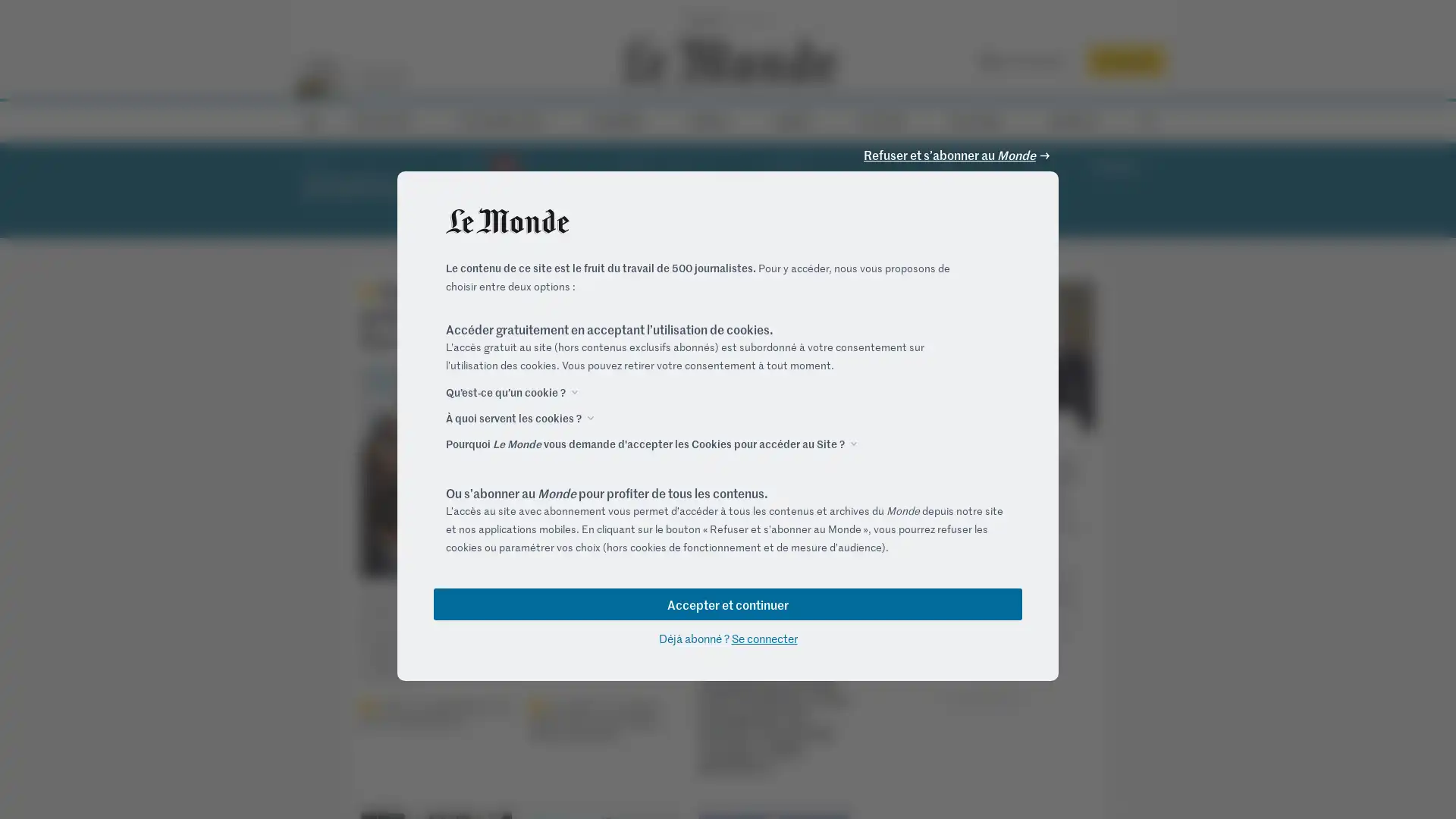 This screenshot has width=1456, height=819. Describe the element at coordinates (1078, 120) in the screenshot. I see `SERVICES` at that location.